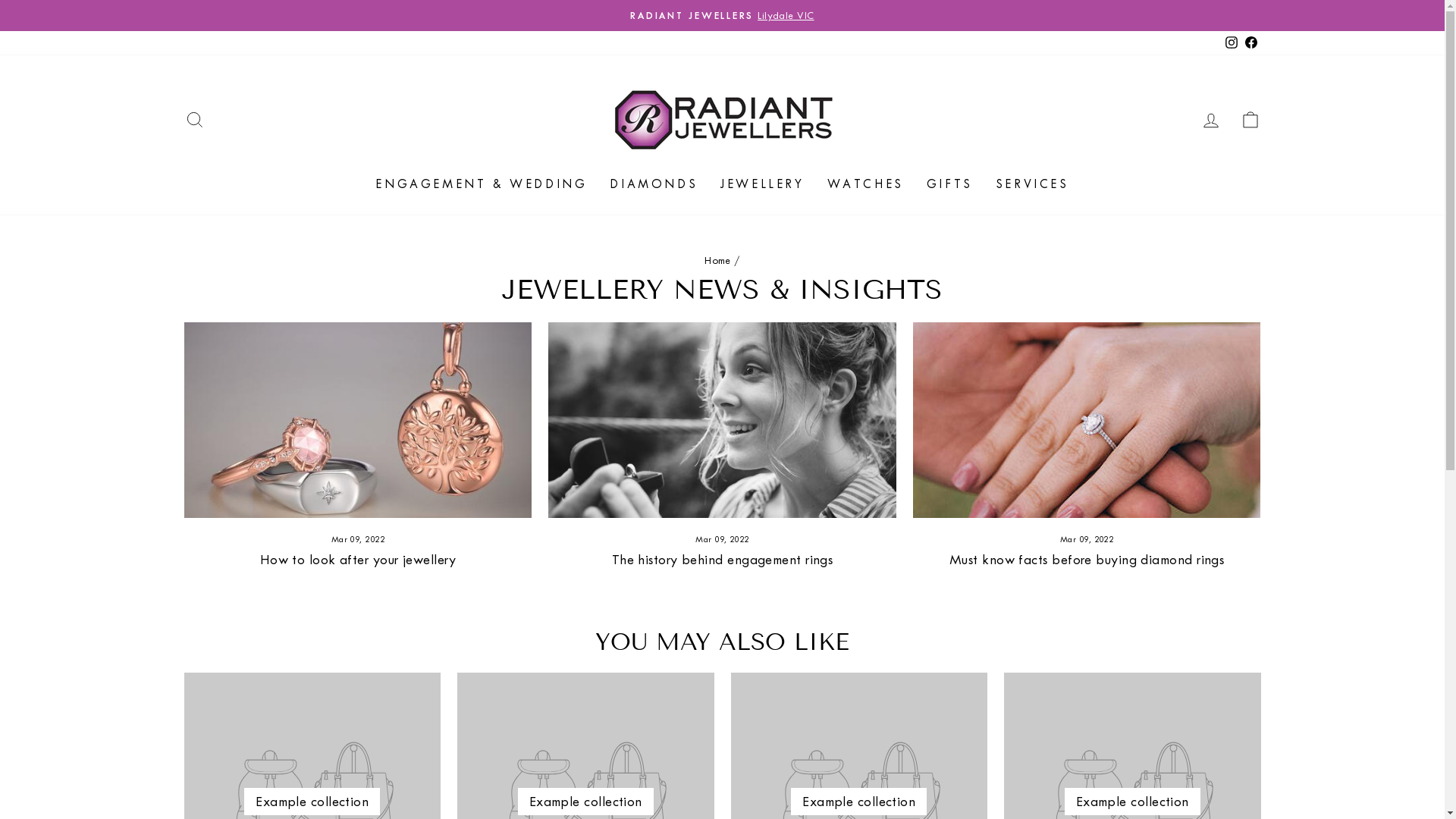 The width and height of the screenshot is (1456, 819). What do you see at coordinates (480, 183) in the screenshot?
I see `'ENGAGEMENT & WEDDING'` at bounding box center [480, 183].